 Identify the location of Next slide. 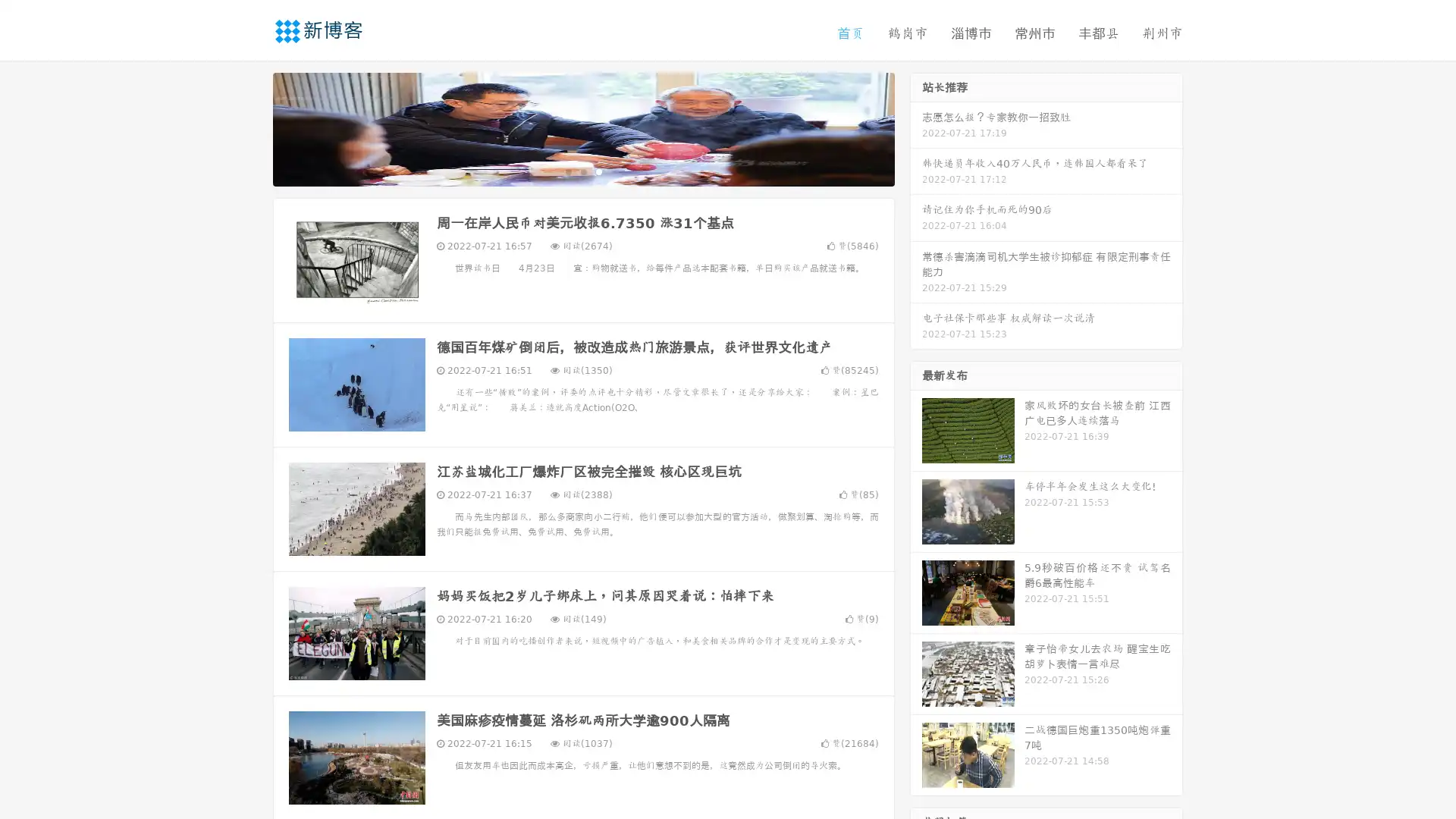
(916, 127).